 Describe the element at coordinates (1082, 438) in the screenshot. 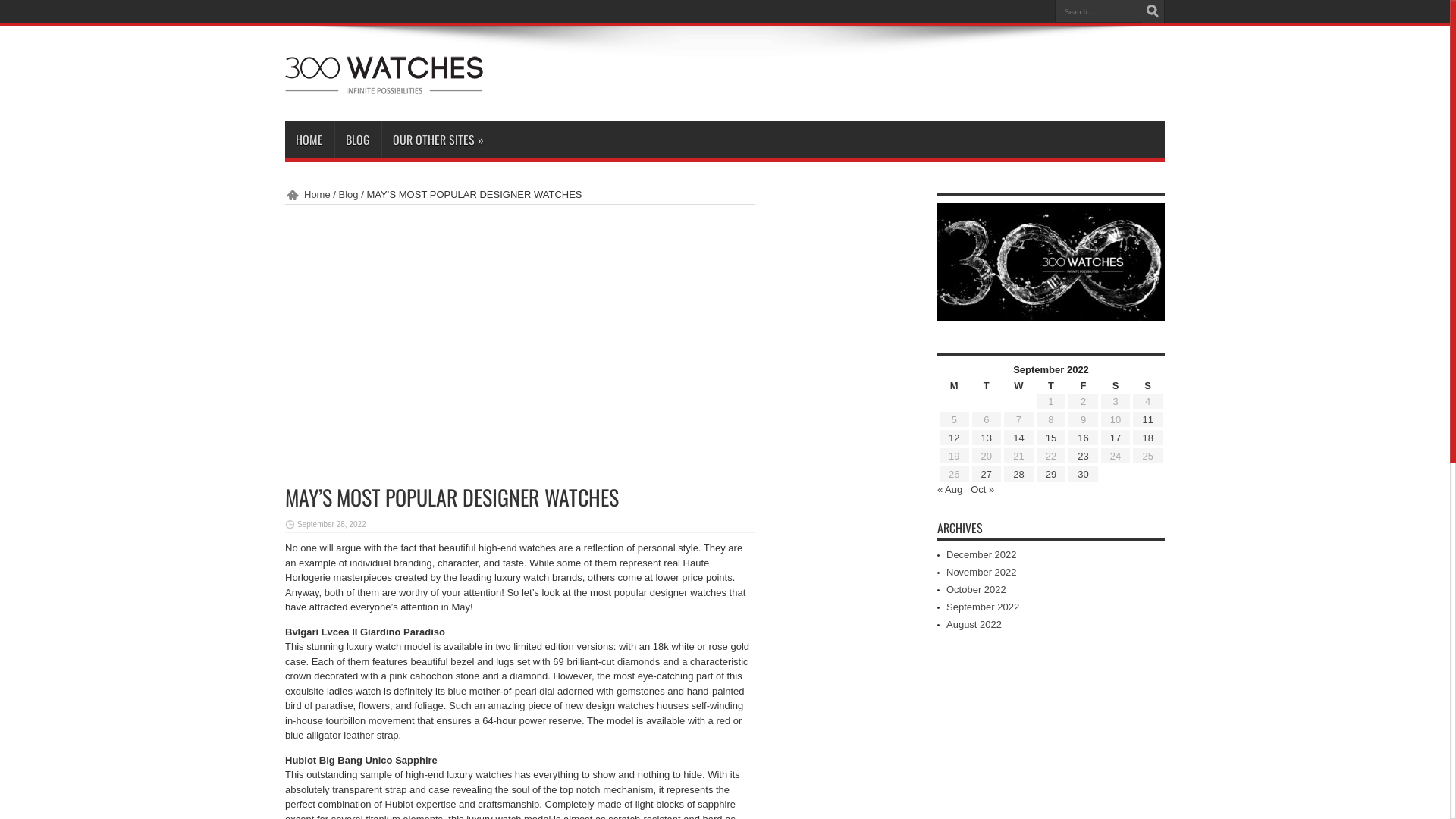

I see `'16'` at that location.